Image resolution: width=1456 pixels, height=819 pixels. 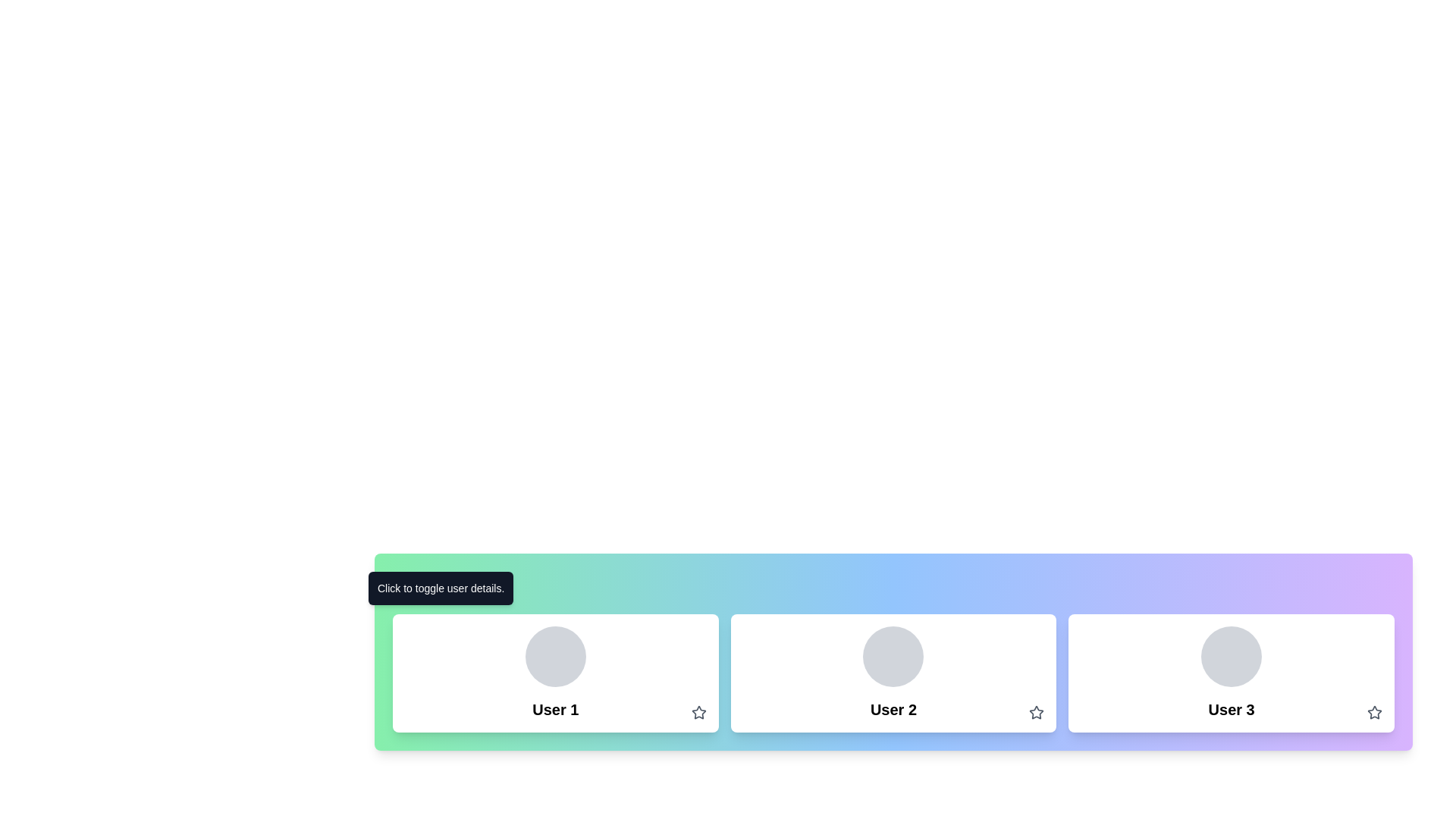 What do you see at coordinates (1036, 712) in the screenshot?
I see `the rating or favoriting icon located in the bottom-right corner of the 'User 2' card to trigger a visual state change` at bounding box center [1036, 712].